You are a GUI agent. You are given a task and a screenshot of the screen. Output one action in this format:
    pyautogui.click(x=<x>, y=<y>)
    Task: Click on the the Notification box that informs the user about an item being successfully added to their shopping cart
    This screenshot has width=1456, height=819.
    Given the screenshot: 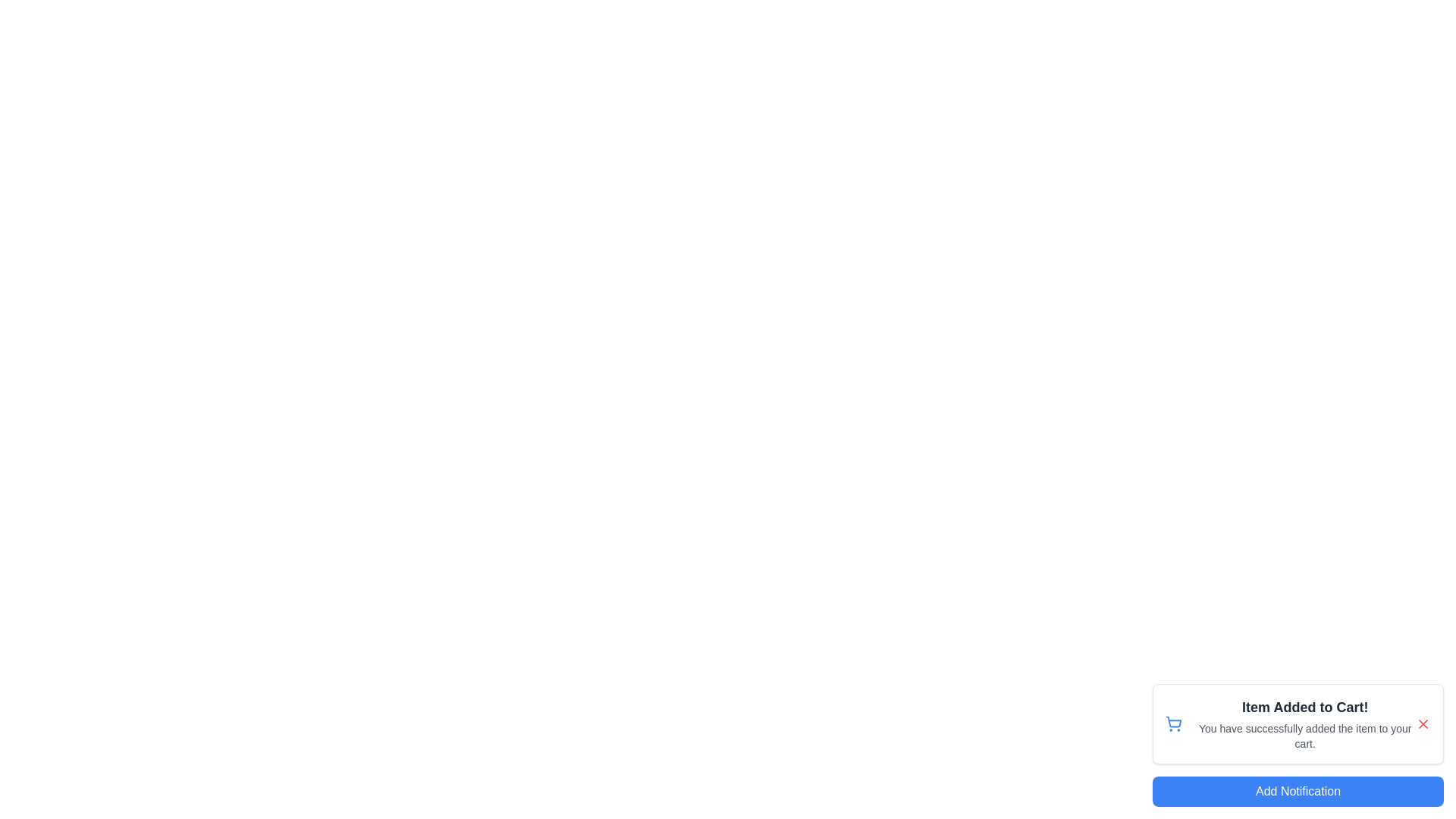 What is the action you would take?
    pyautogui.click(x=1298, y=723)
    